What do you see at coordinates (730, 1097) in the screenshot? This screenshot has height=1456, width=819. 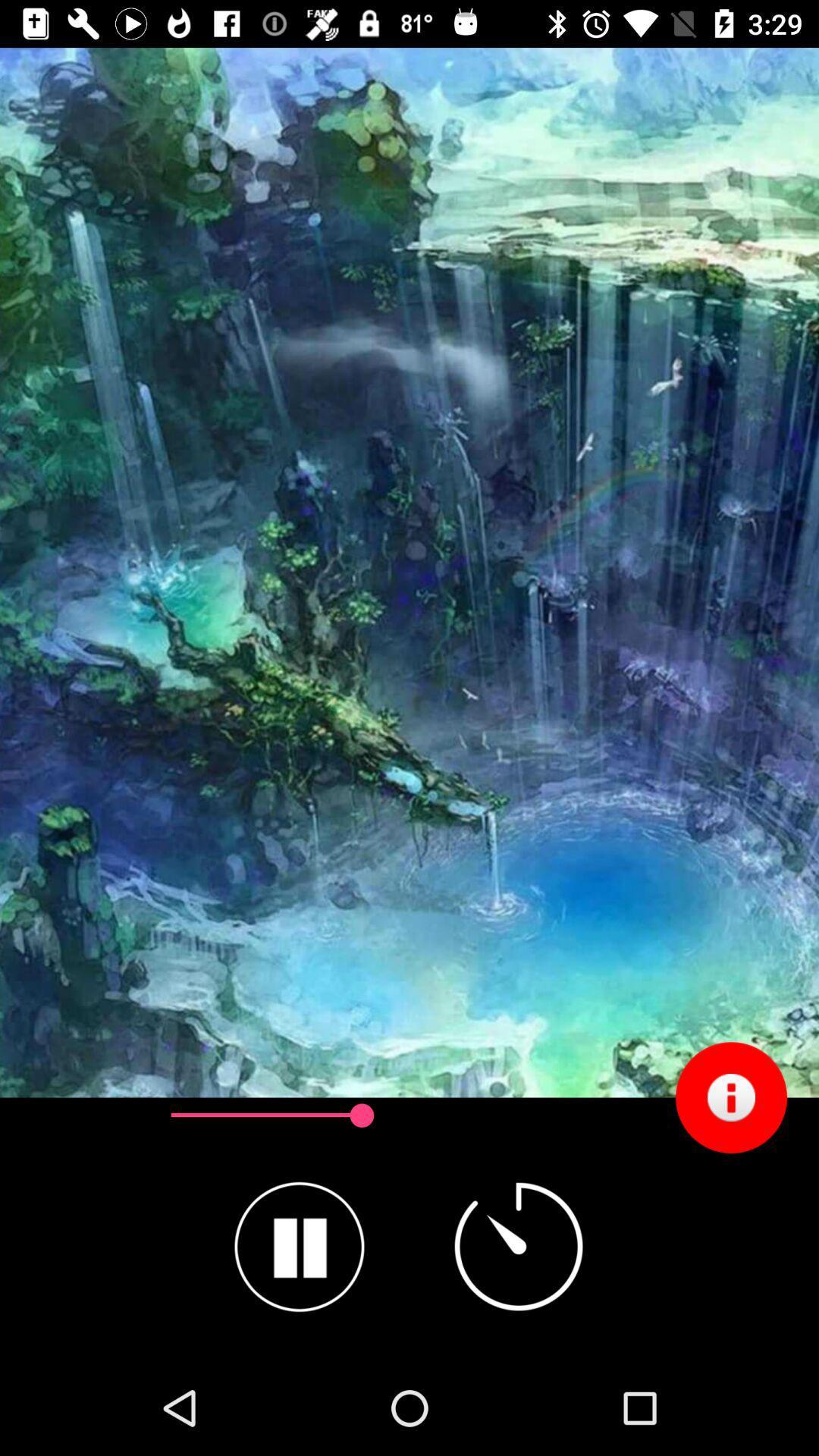 I see `the info icon` at bounding box center [730, 1097].